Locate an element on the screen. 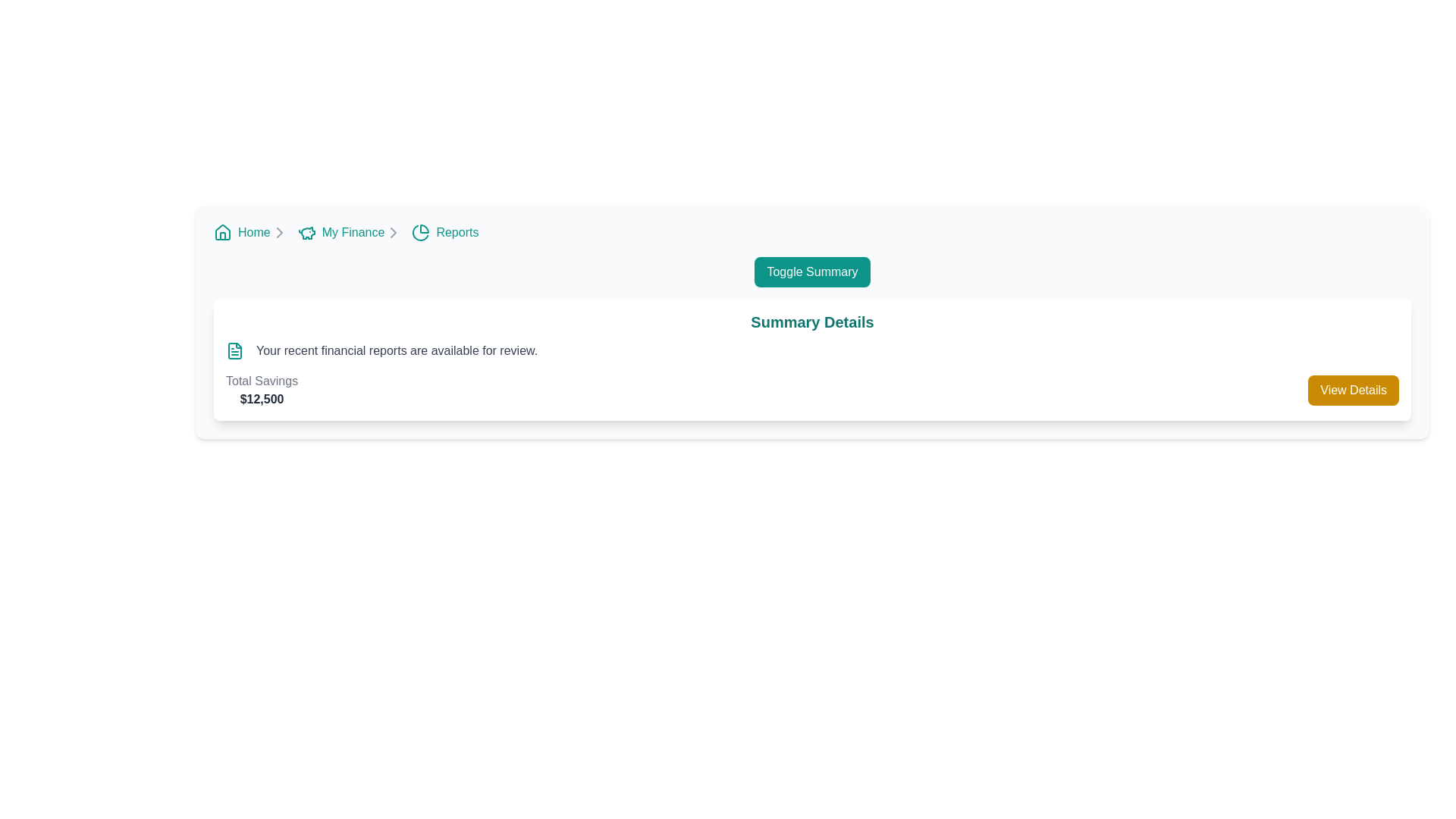 The image size is (1456, 819). the 'Home' breadcrumb link, which is styled with teal text and has a house icon preceding it, located at the top-left of the breadcrumb navigation bar is located at coordinates (251, 233).